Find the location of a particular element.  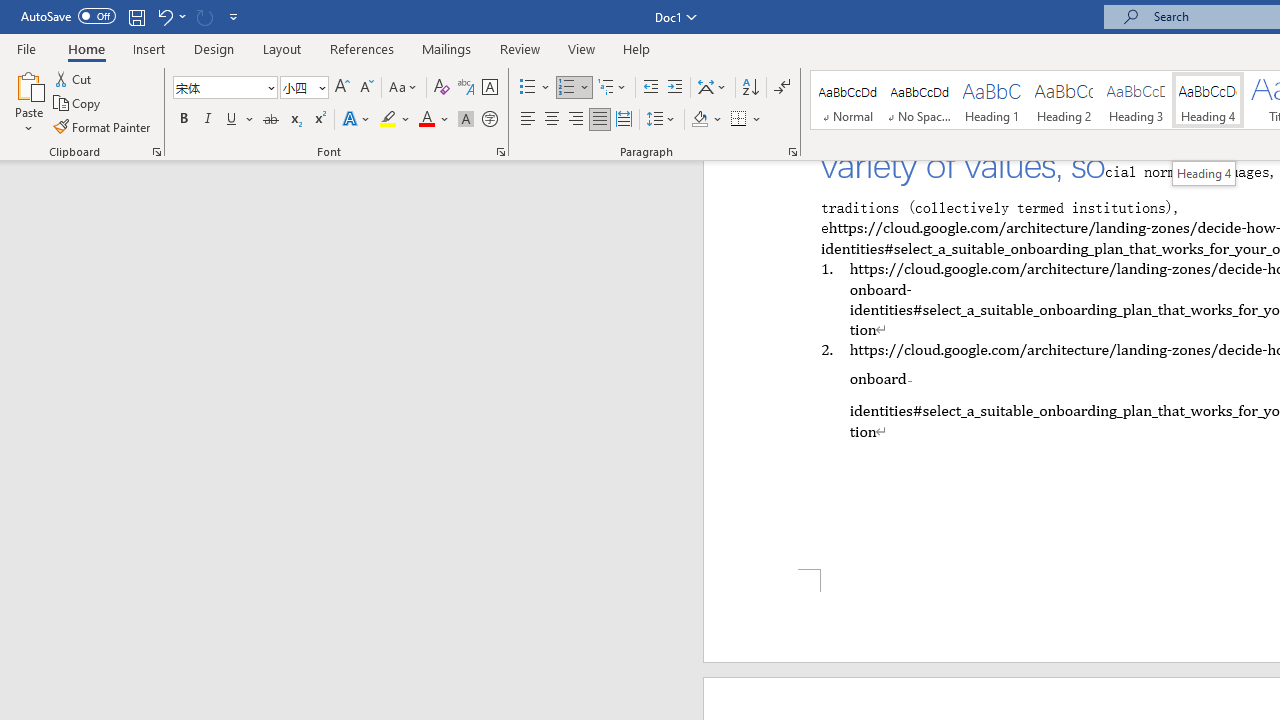

'Insert' is located at coordinates (148, 48).